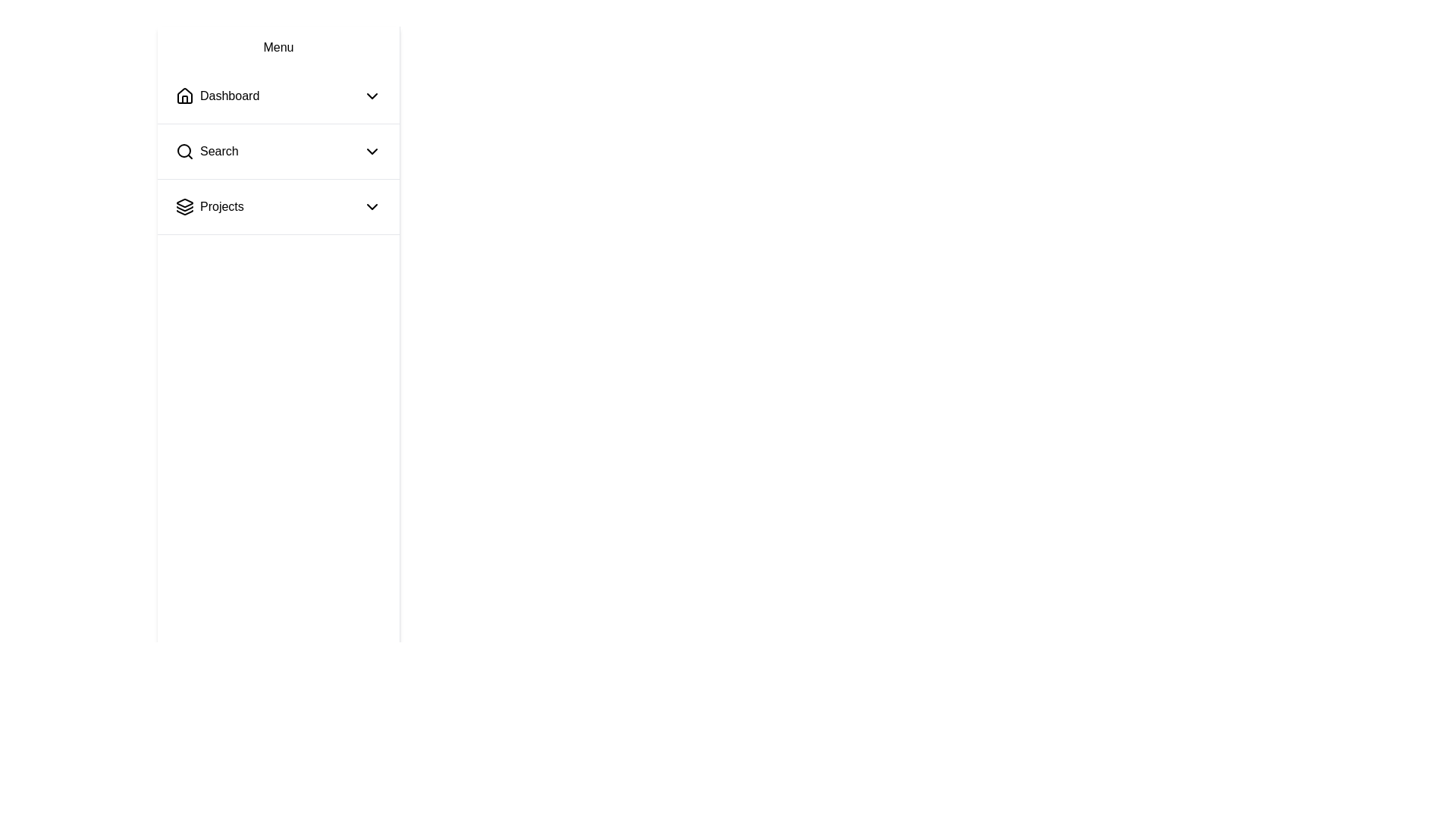 This screenshot has height=819, width=1456. I want to click on the house-shaped icon with a black outline, which represents the 'home' or 'dashboard' concept, located to the left of the text 'Dashboard', so click(184, 96).